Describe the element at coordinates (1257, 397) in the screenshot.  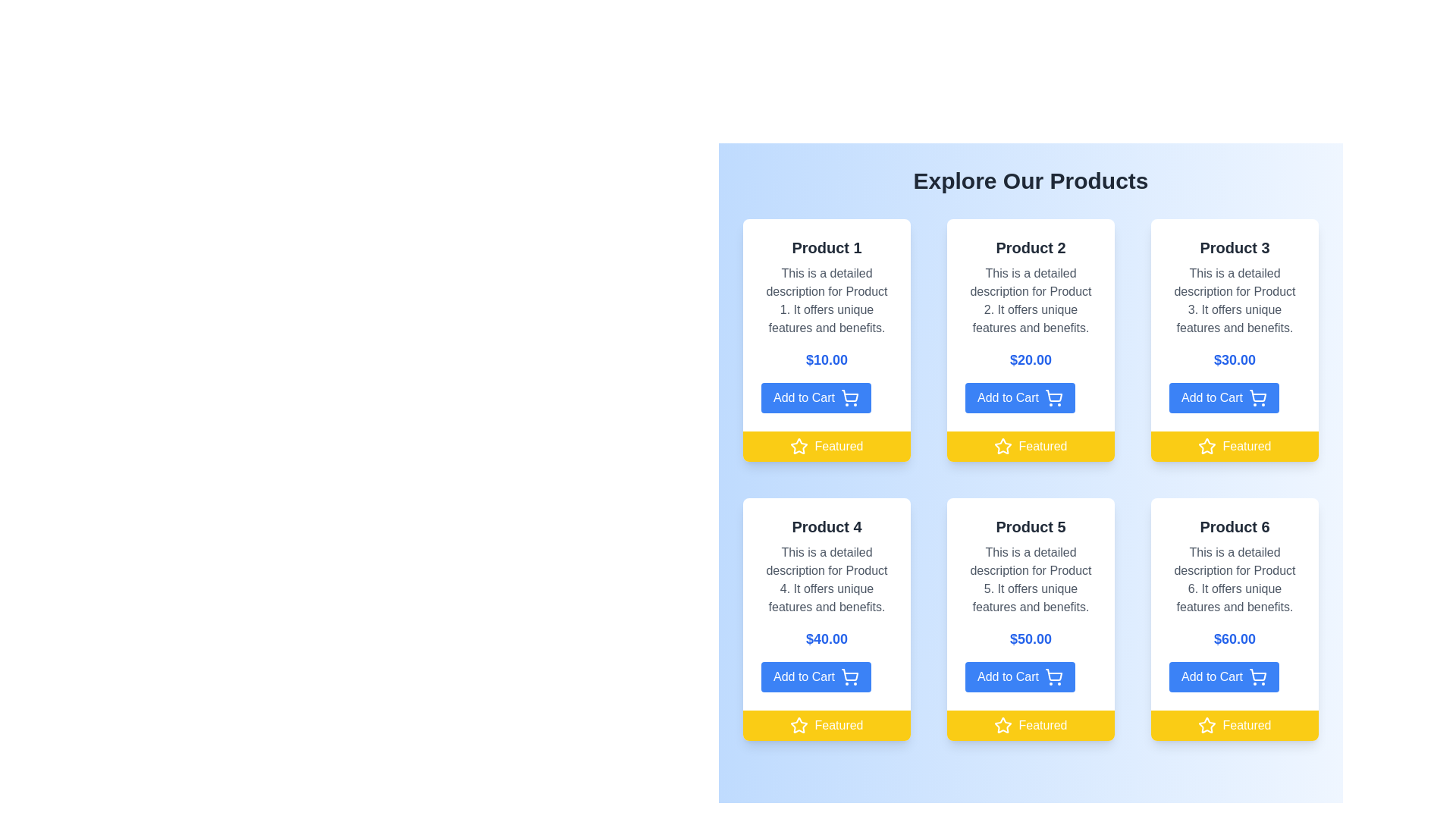
I see `the shopping cart icon located inside the 'Add to Cart' button for Product 3, which is positioned in the top right section of the interface` at that location.